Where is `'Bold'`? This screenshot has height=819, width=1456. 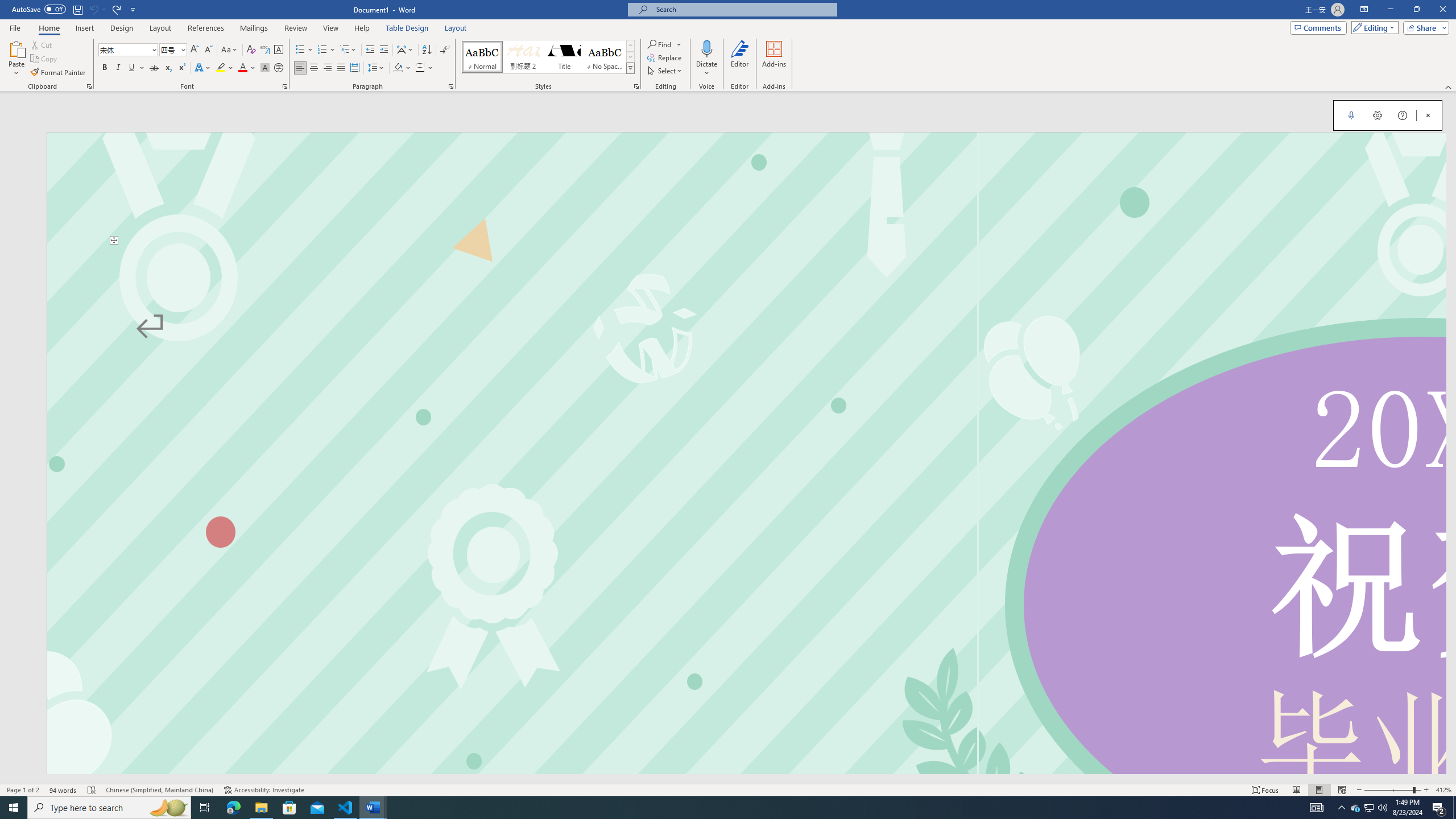
'Bold' is located at coordinates (104, 67).